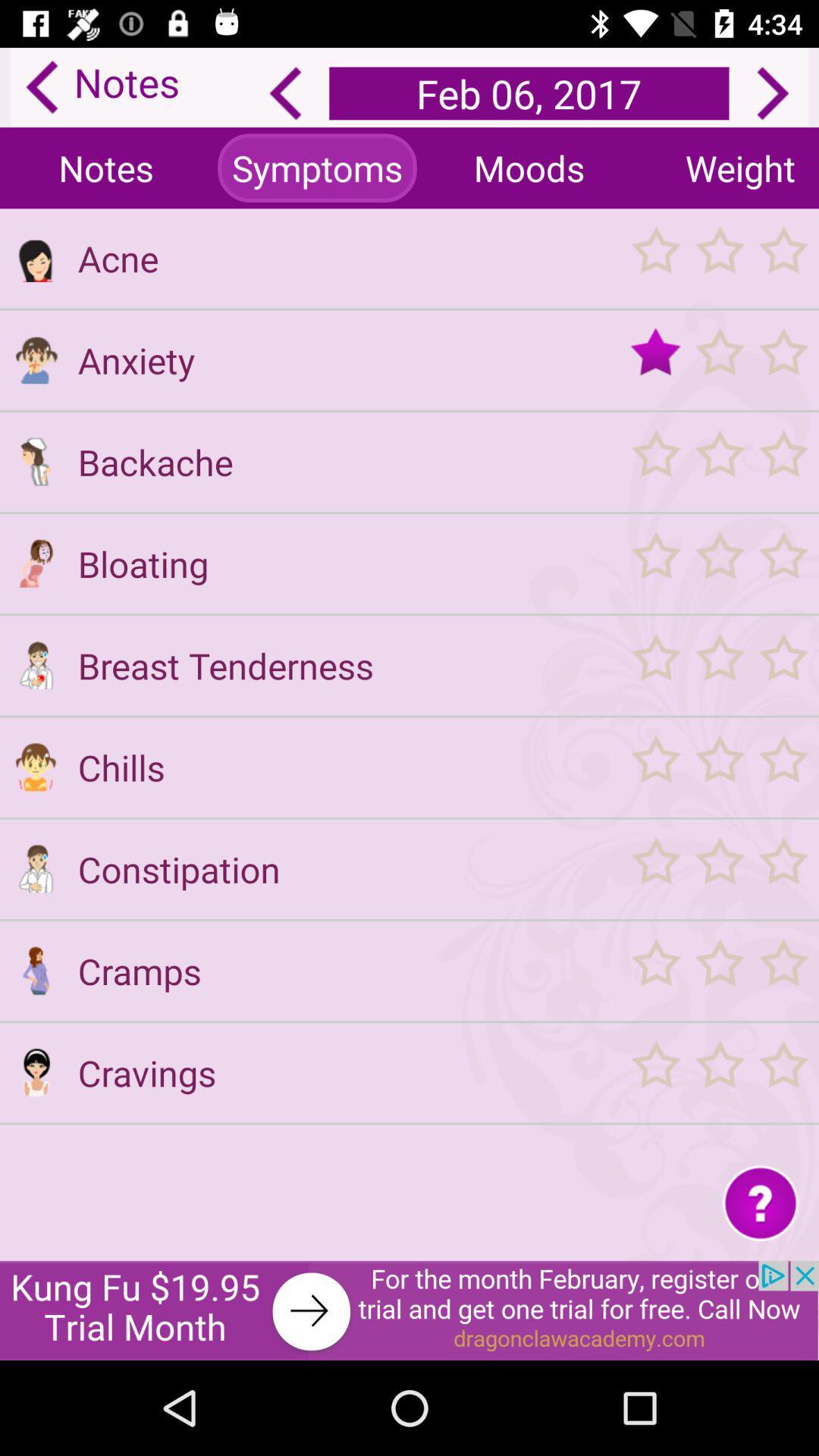 The image size is (819, 1456). Describe the element at coordinates (718, 665) in the screenshot. I see `rate` at that location.